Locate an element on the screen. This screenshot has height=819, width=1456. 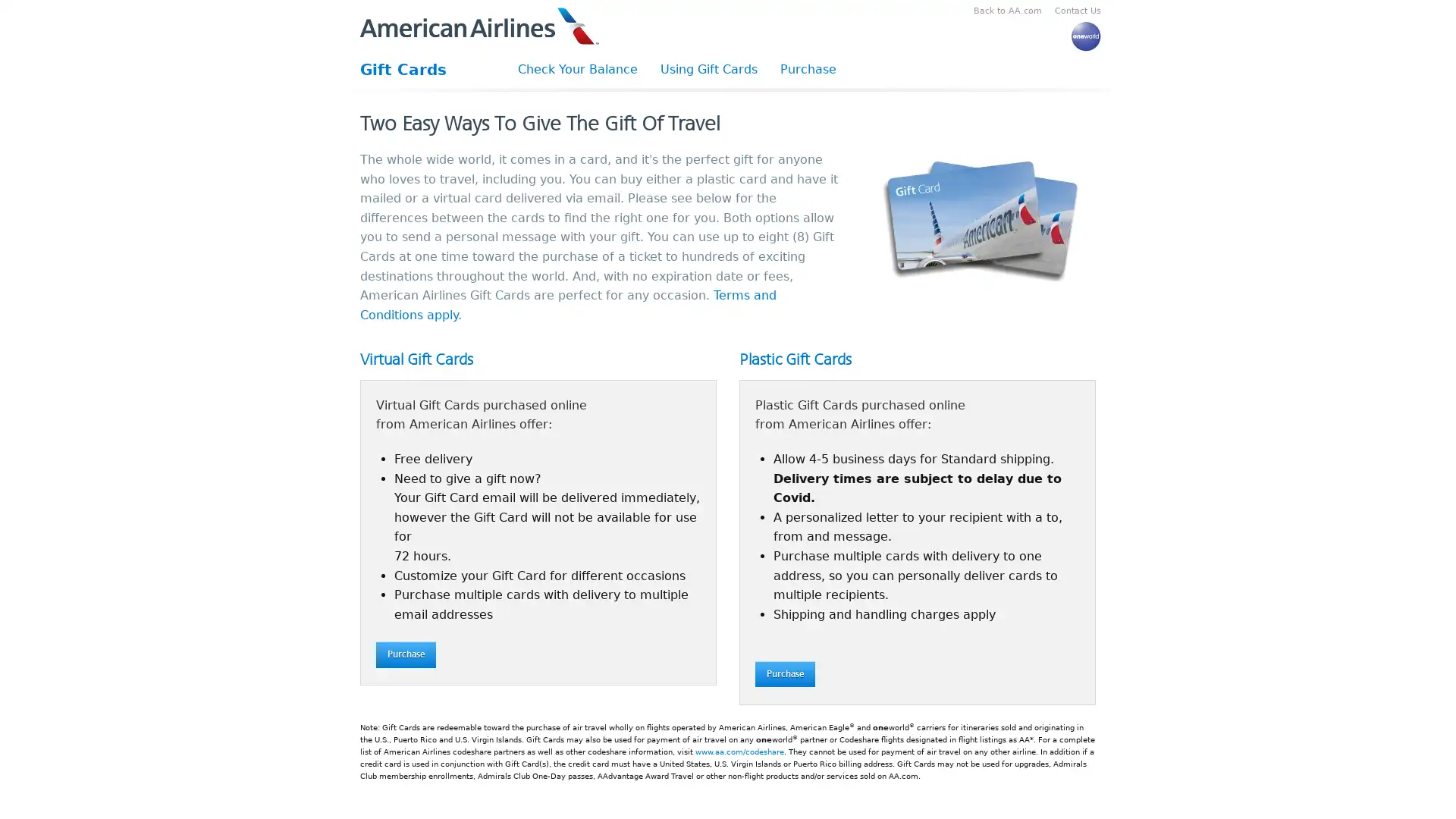
Purchase is located at coordinates (406, 653).